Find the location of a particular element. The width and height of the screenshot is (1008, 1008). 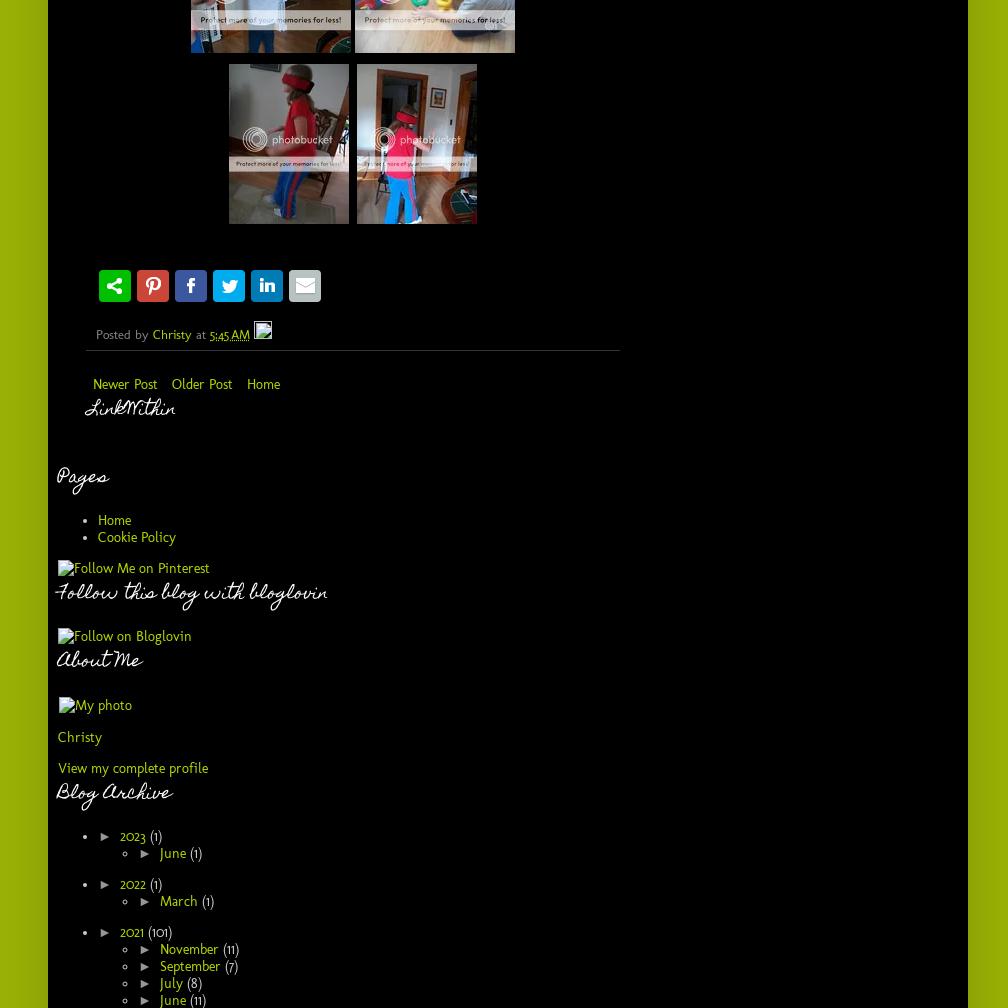

'2021' is located at coordinates (132, 931).